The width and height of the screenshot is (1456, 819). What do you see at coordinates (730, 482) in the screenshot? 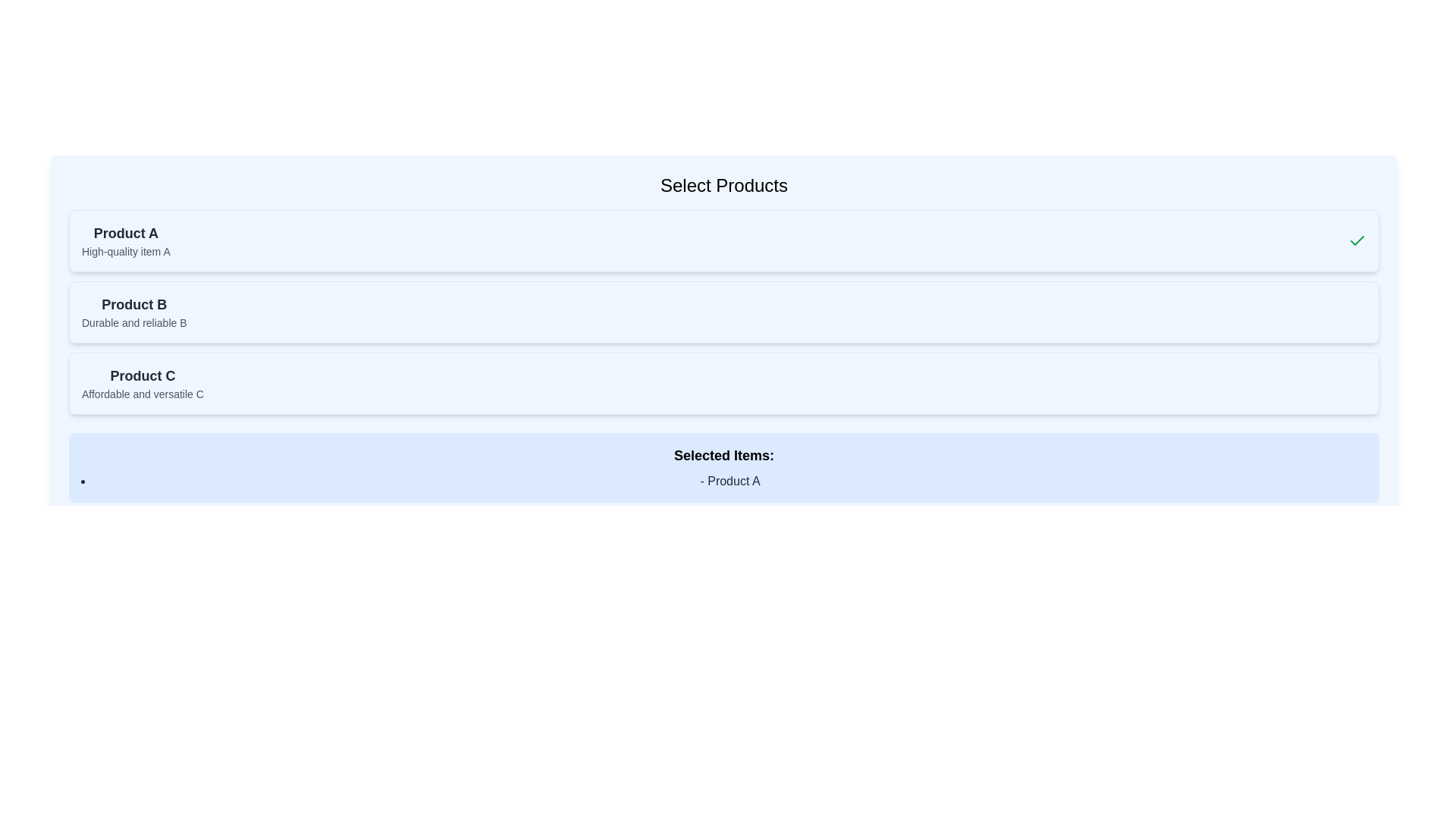
I see `the text element displaying '- Product A' in grayish-black color, which is part of a bulleted list under the section heading 'Selected Items:'` at bounding box center [730, 482].